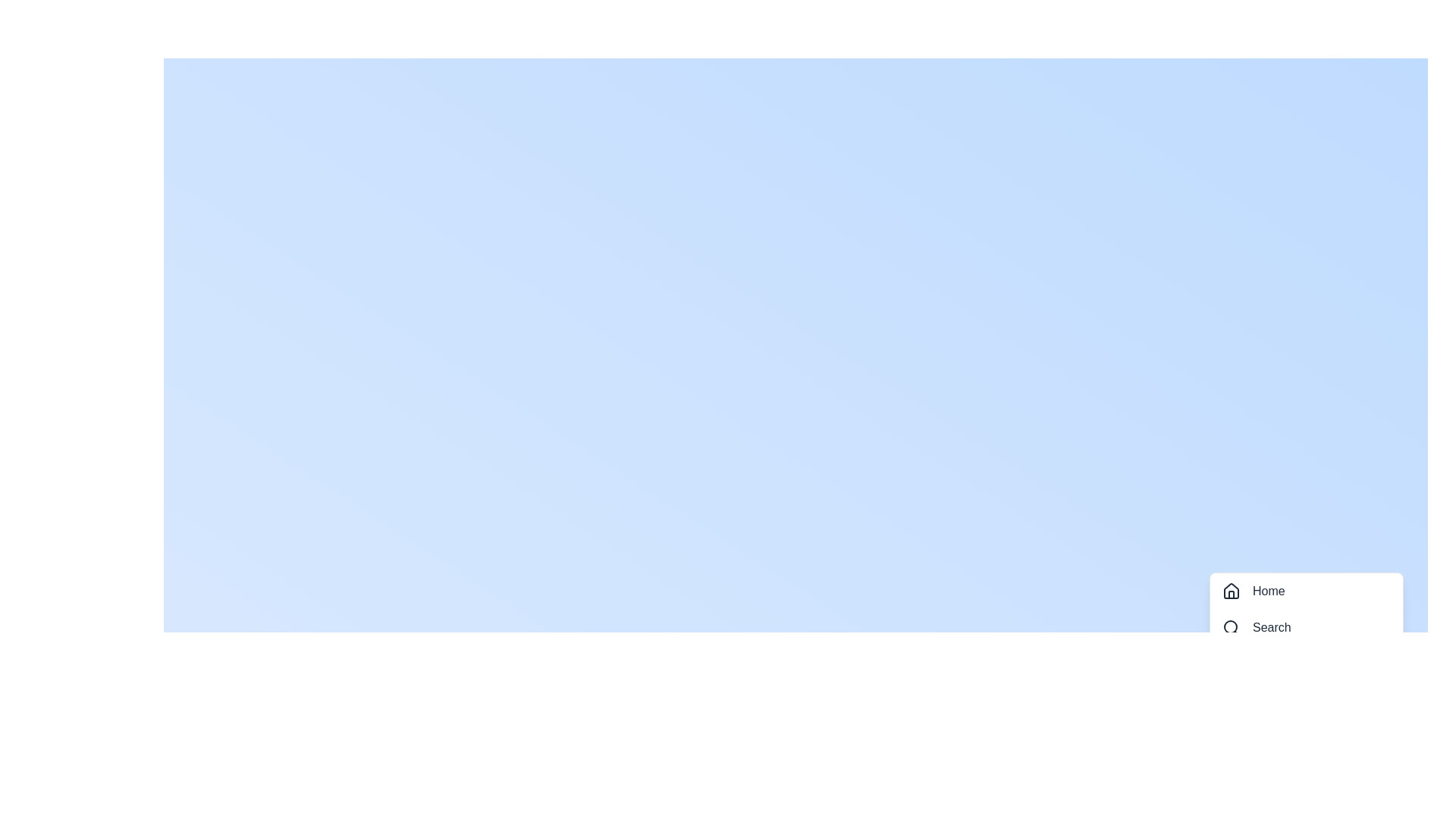 This screenshot has height=819, width=1456. What do you see at coordinates (1269, 590) in the screenshot?
I see `the 'Home' text label in the bottom-right navigation menu` at bounding box center [1269, 590].